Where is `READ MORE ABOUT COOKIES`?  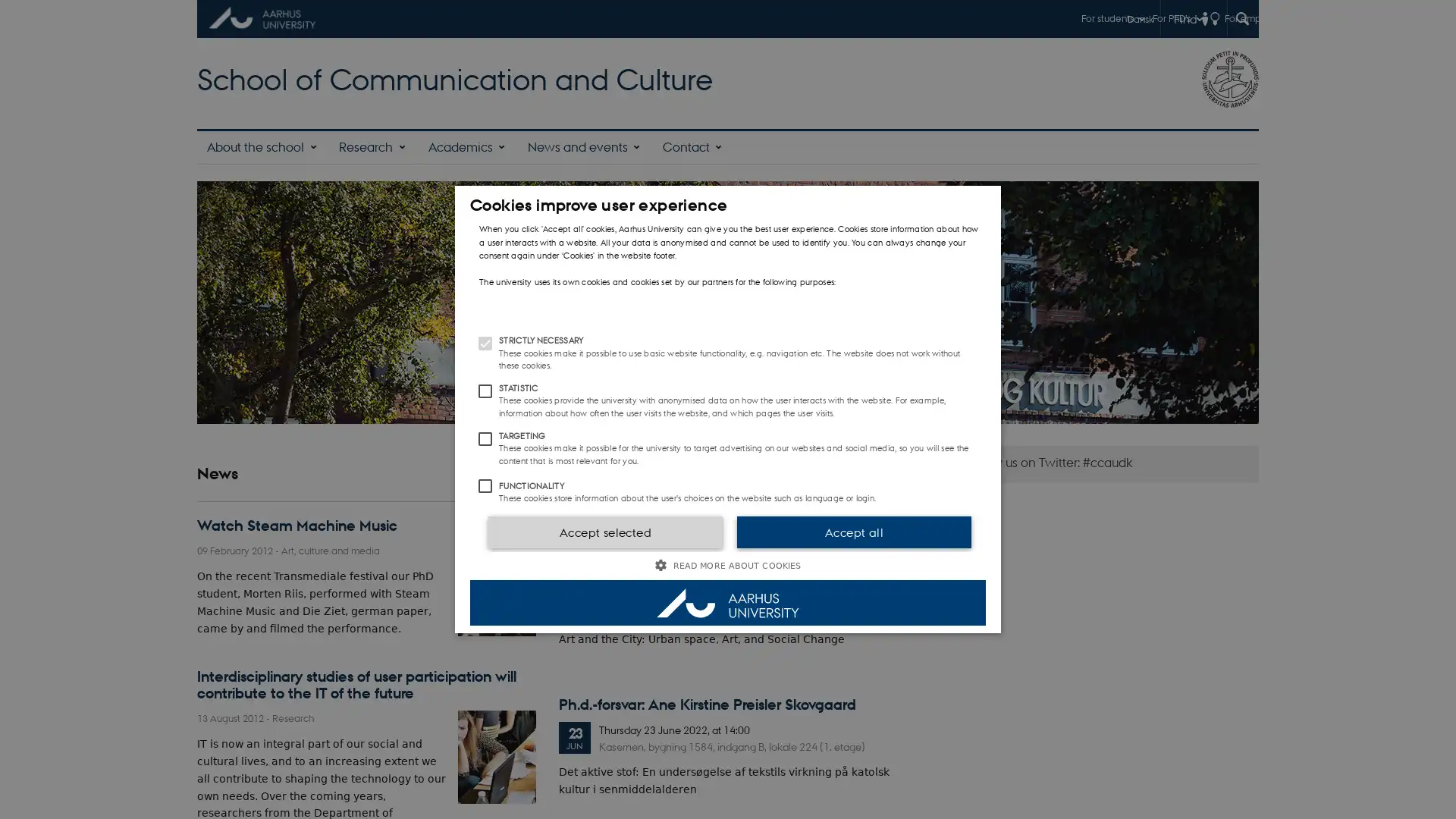
READ MORE ABOUT COOKIES is located at coordinates (728, 565).